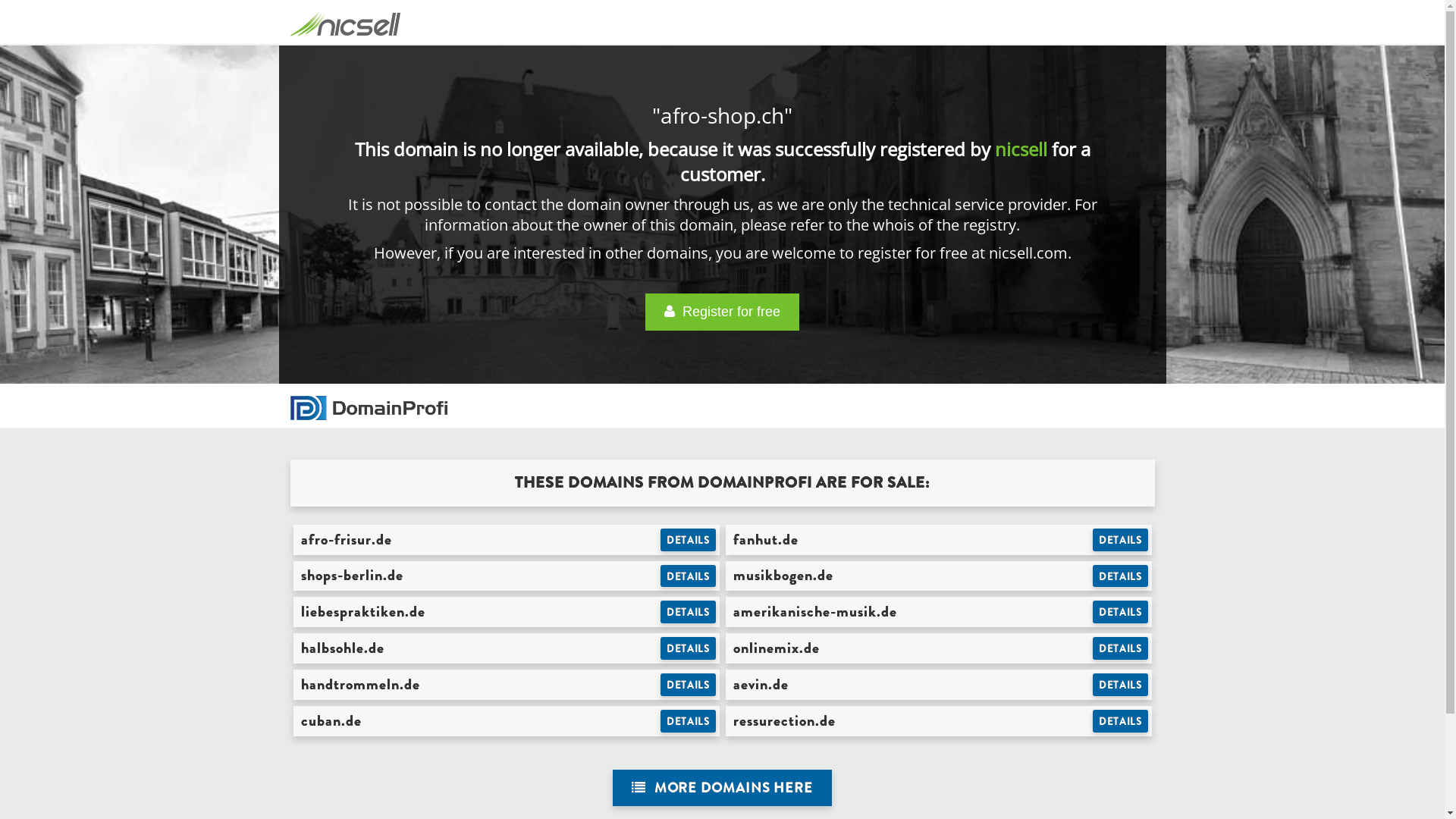 This screenshot has height=819, width=1456. Describe the element at coordinates (1120, 720) in the screenshot. I see `'DETAILS'` at that location.